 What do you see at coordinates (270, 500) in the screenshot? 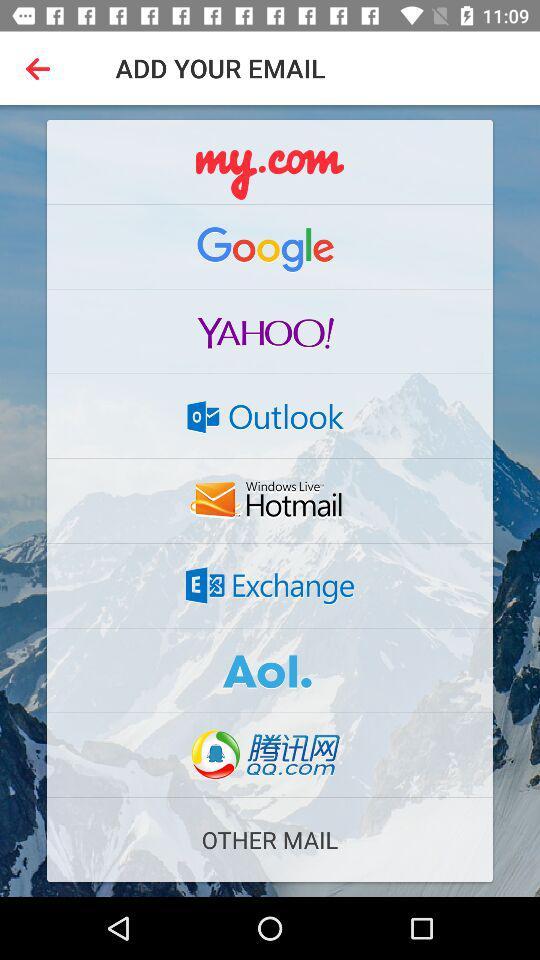
I see `the button which is above the exchange` at bounding box center [270, 500].